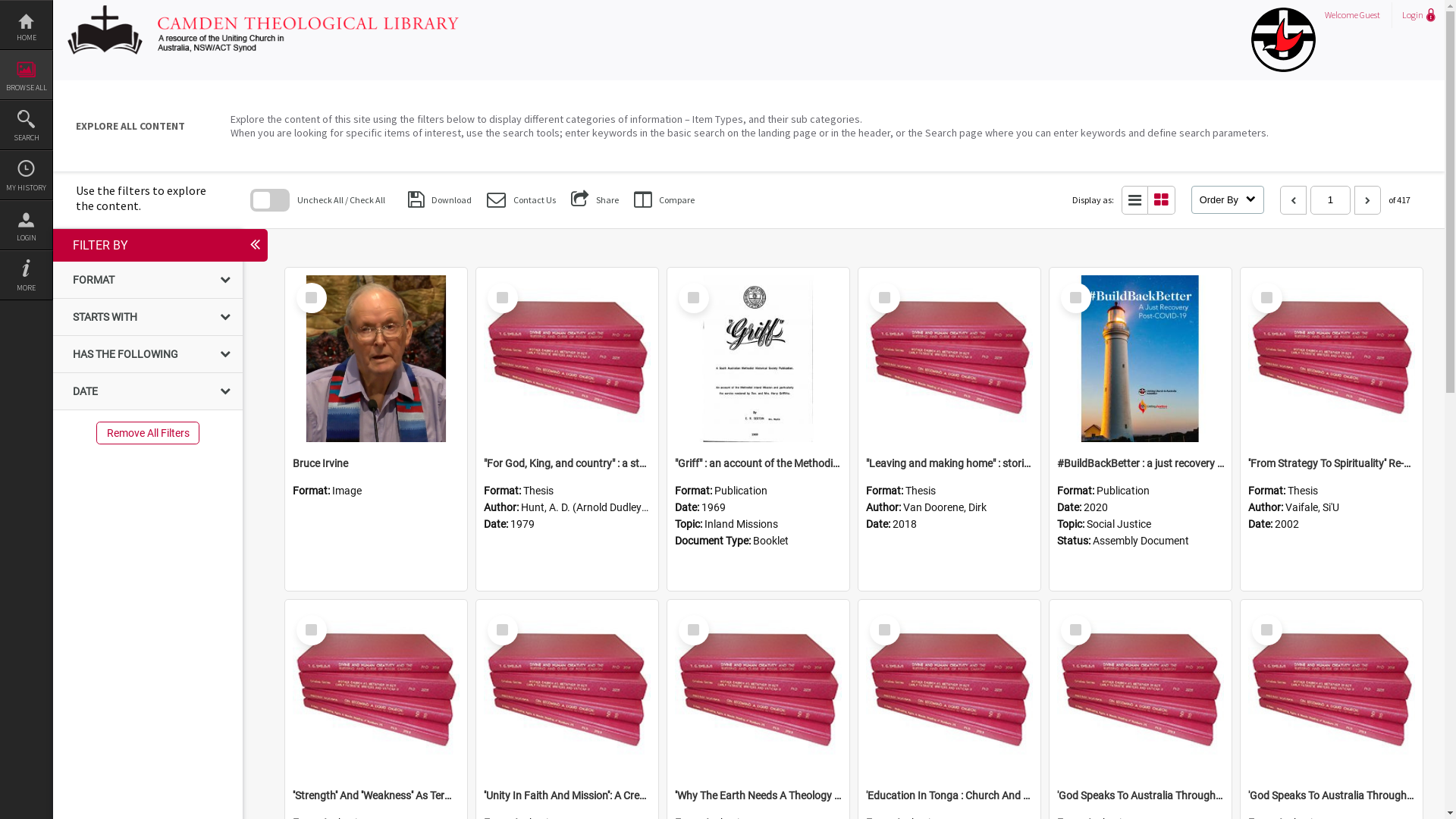  I want to click on 'HOME', so click(0, 25).